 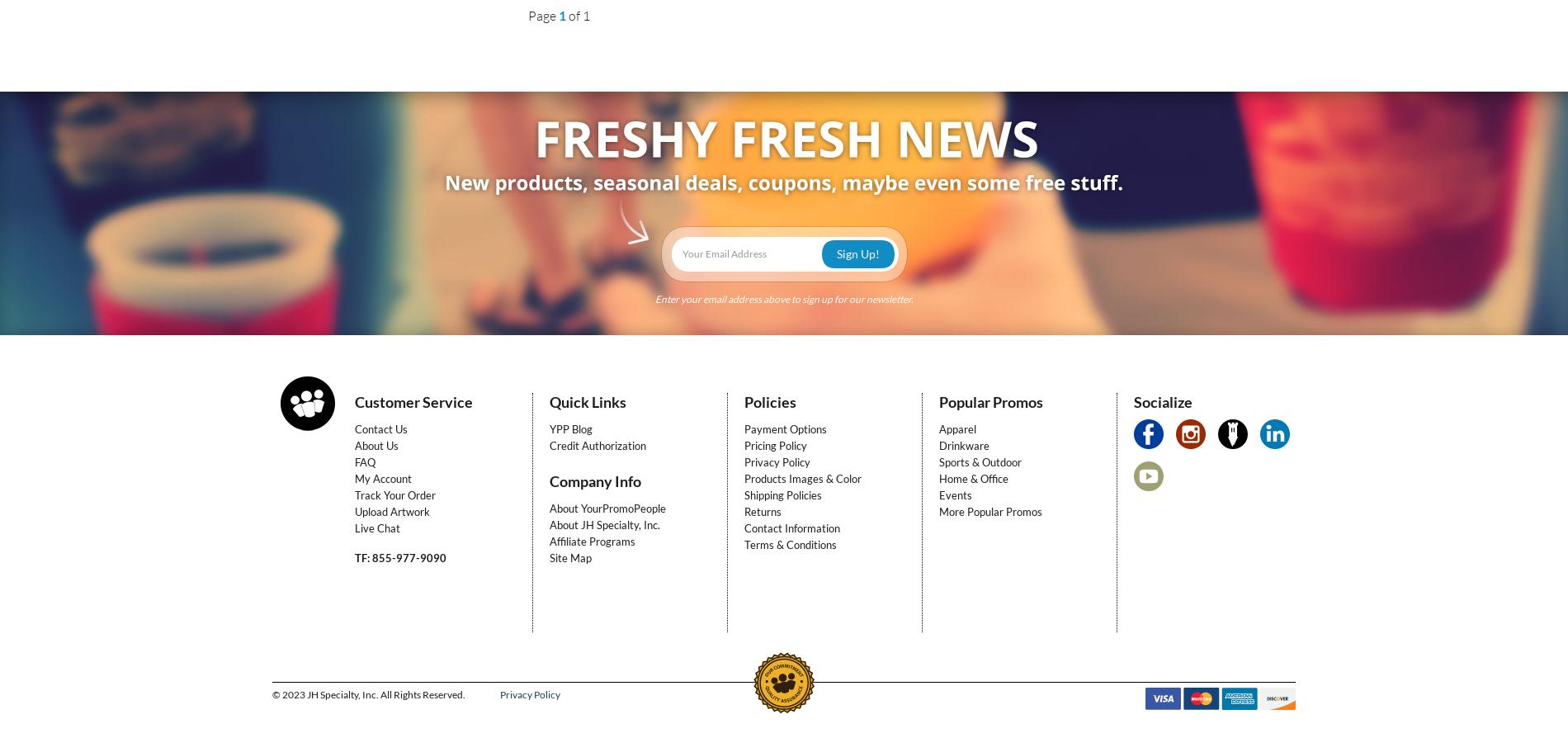 I want to click on 'Upload Artwork', so click(x=392, y=511).